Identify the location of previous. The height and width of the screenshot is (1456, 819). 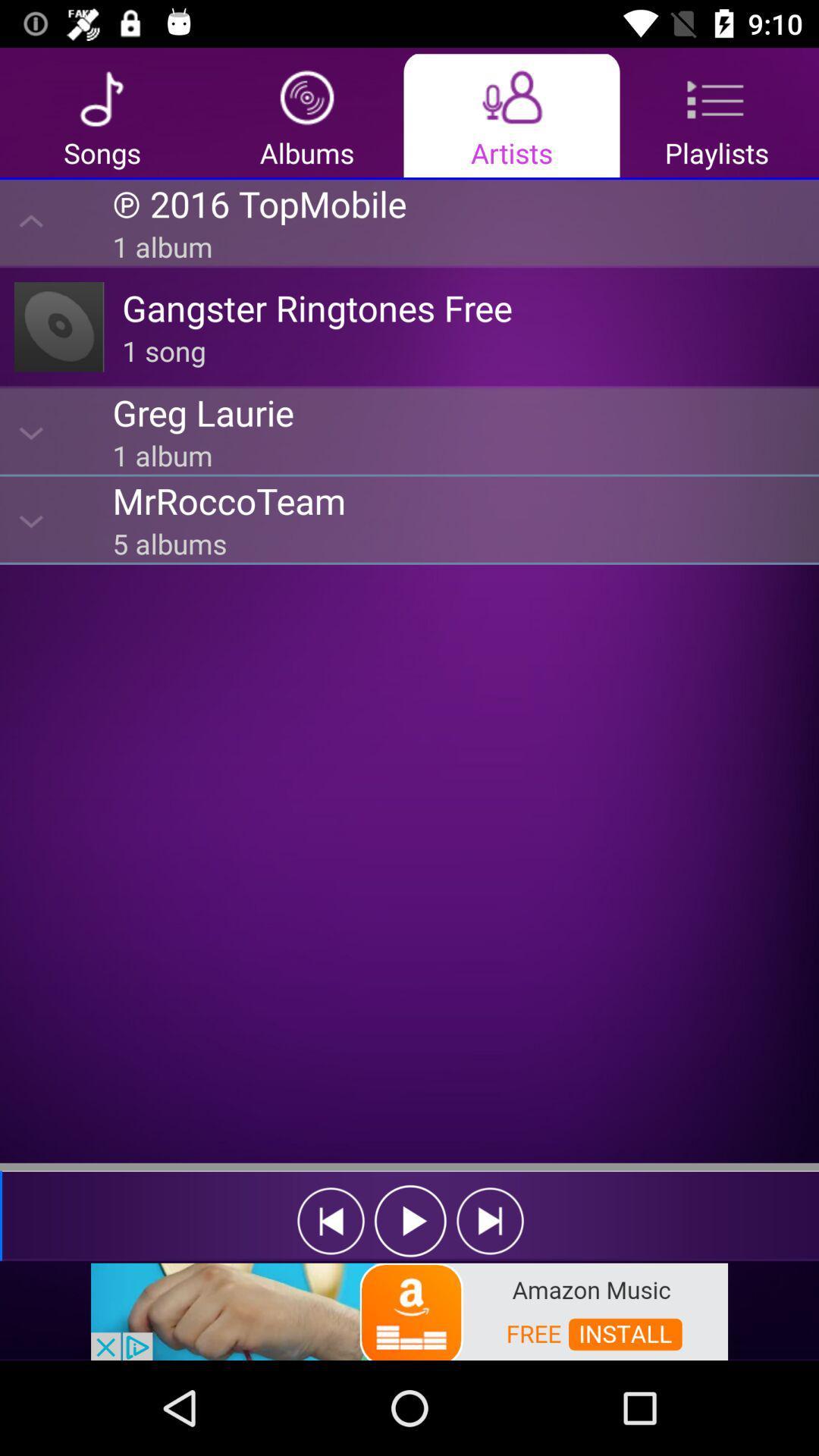
(330, 1221).